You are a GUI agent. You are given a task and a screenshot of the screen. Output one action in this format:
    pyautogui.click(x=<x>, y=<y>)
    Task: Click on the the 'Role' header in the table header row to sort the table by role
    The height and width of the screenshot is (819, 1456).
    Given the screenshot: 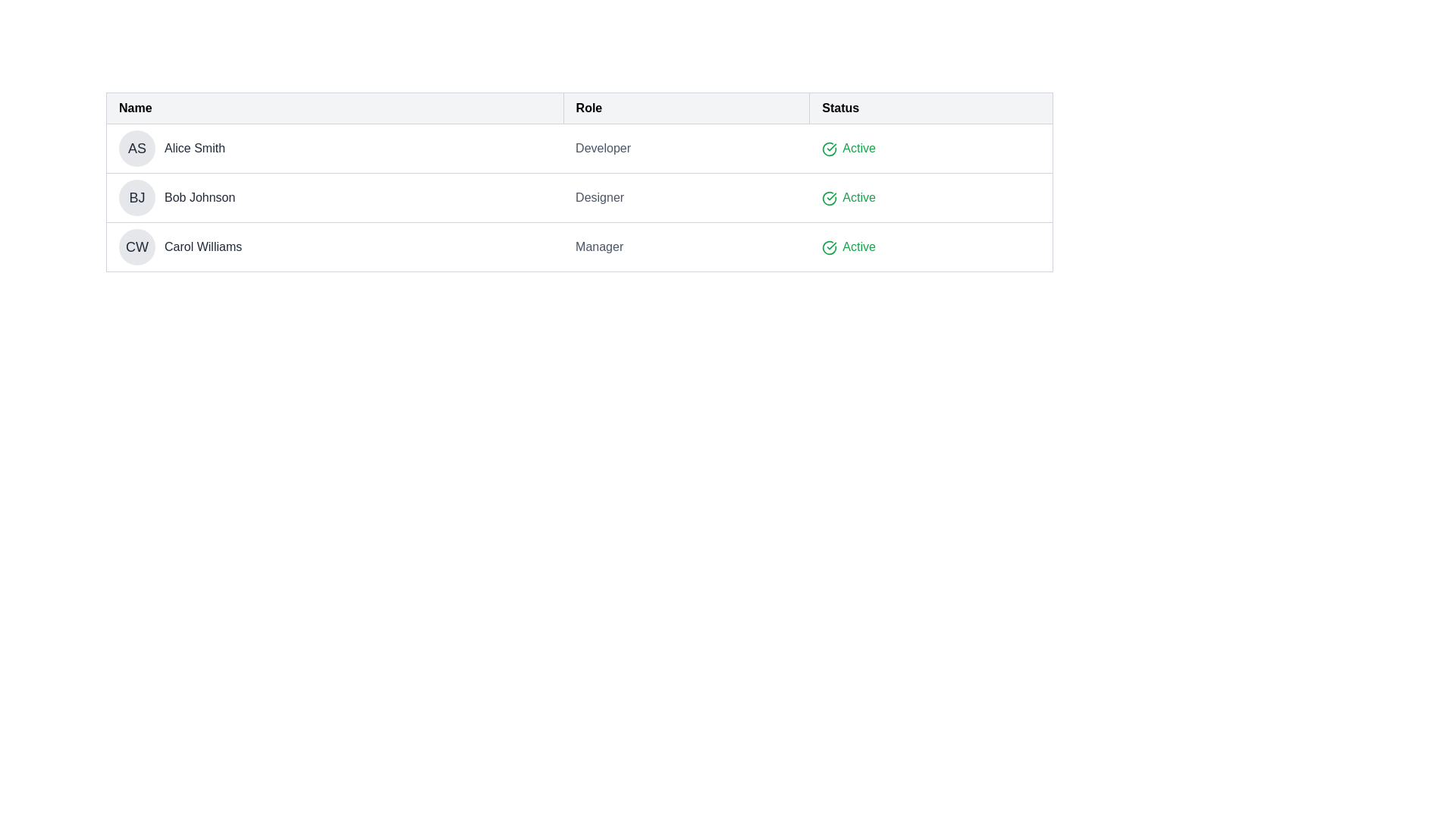 What is the action you would take?
    pyautogui.click(x=579, y=107)
    